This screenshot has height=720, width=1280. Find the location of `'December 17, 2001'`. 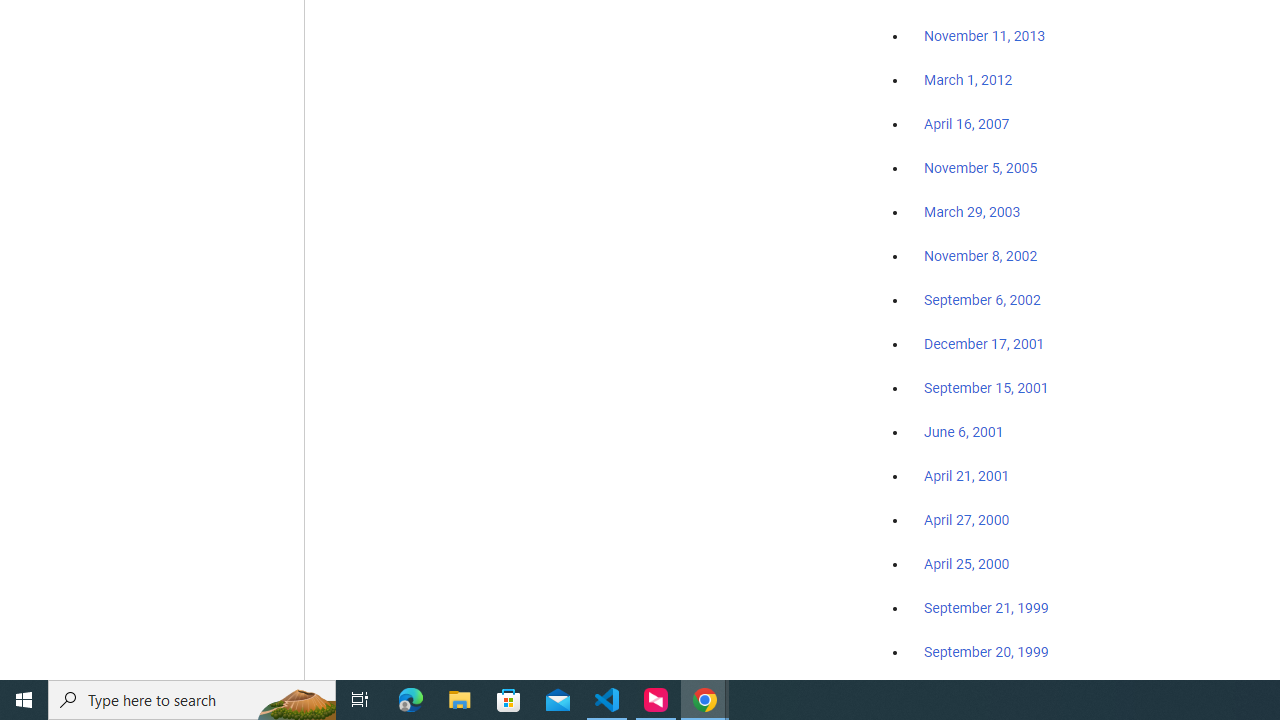

'December 17, 2001' is located at coordinates (984, 342).